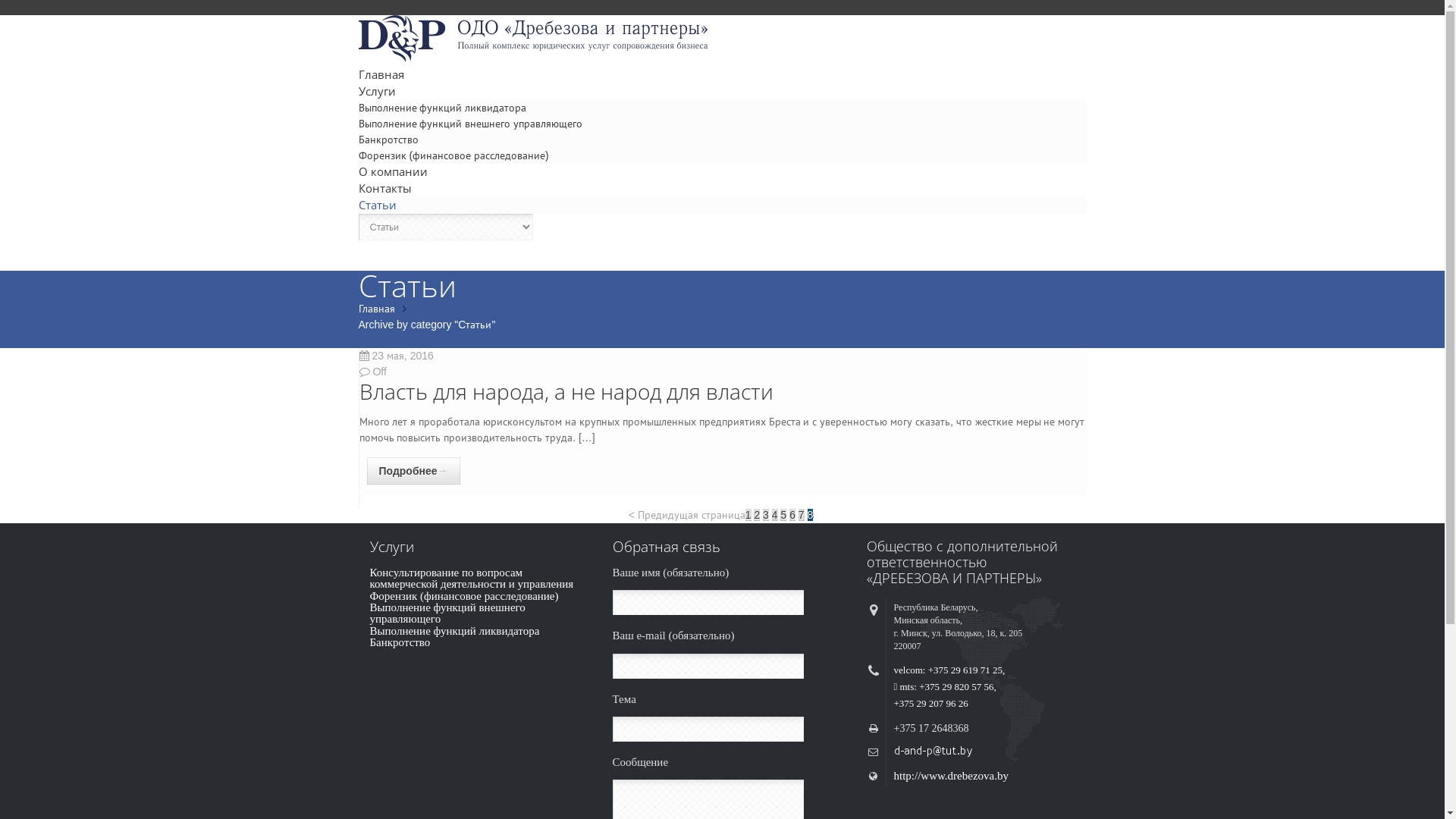 The width and height of the screenshot is (1456, 819). What do you see at coordinates (792, 513) in the screenshot?
I see `'6'` at bounding box center [792, 513].